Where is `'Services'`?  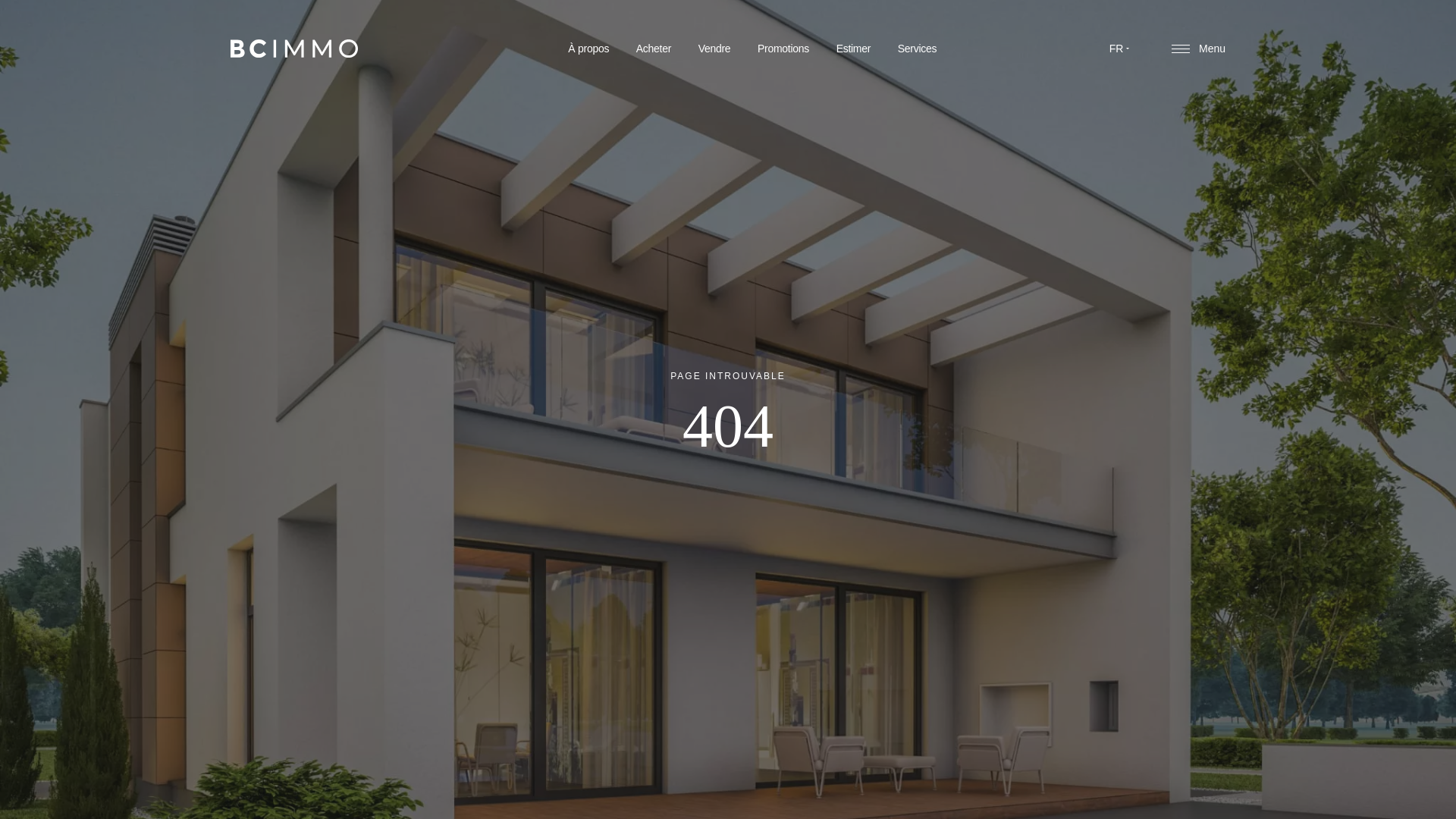
'Services' is located at coordinates (892, 51).